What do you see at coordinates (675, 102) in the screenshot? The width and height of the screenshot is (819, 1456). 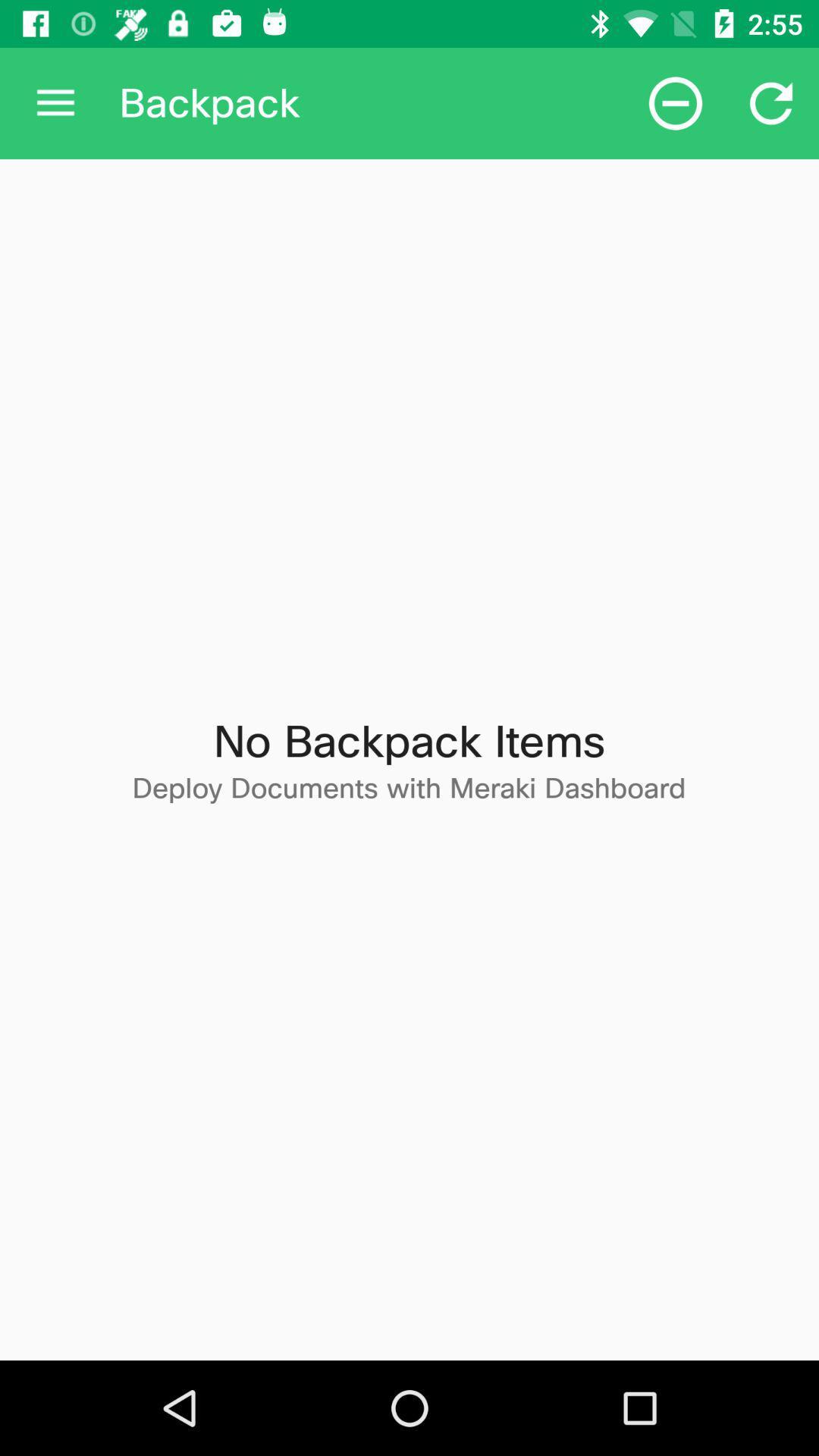 I see `the icon to the right of the backpack icon` at bounding box center [675, 102].